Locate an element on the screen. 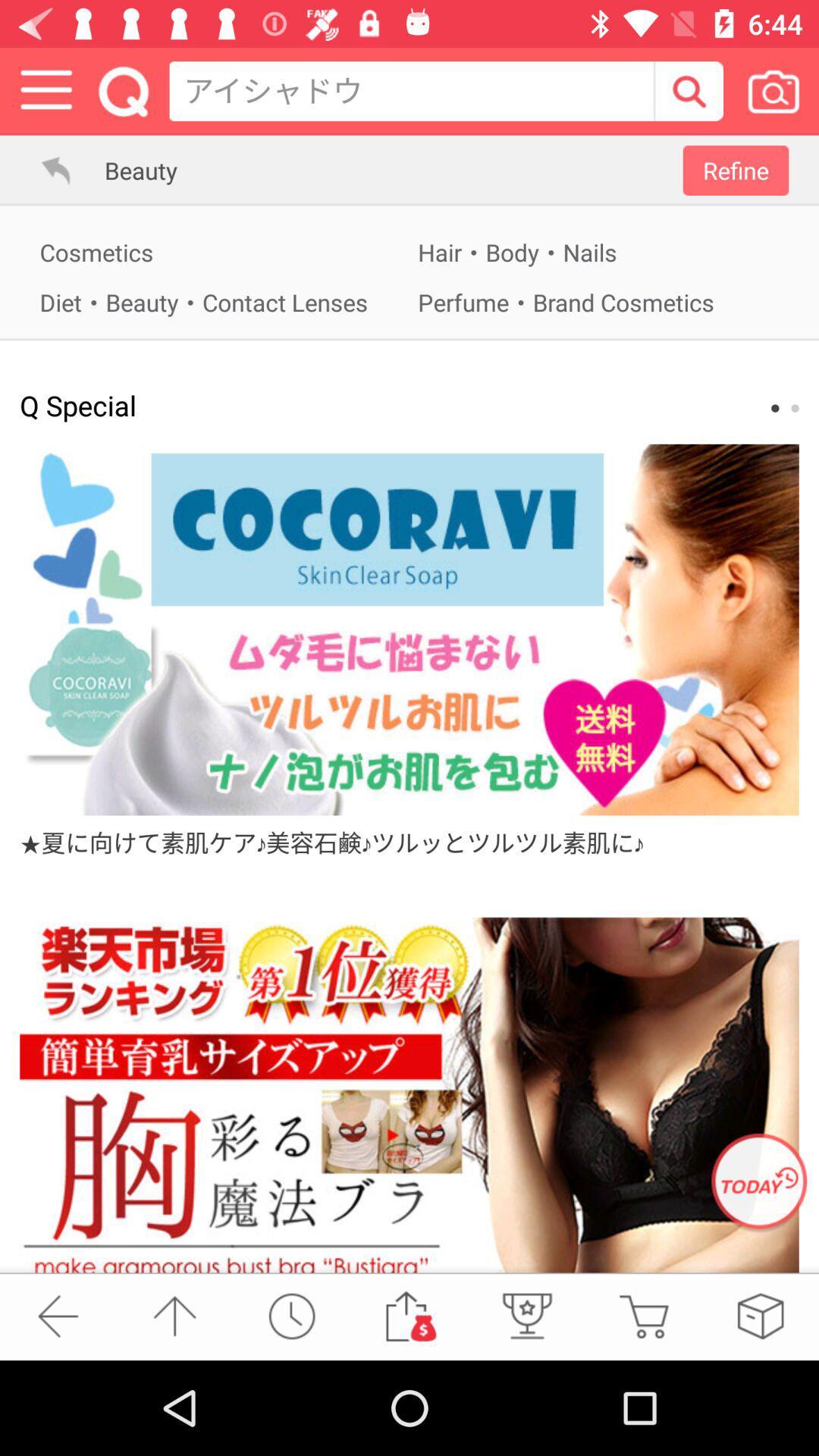  camera on option is located at coordinates (773, 90).